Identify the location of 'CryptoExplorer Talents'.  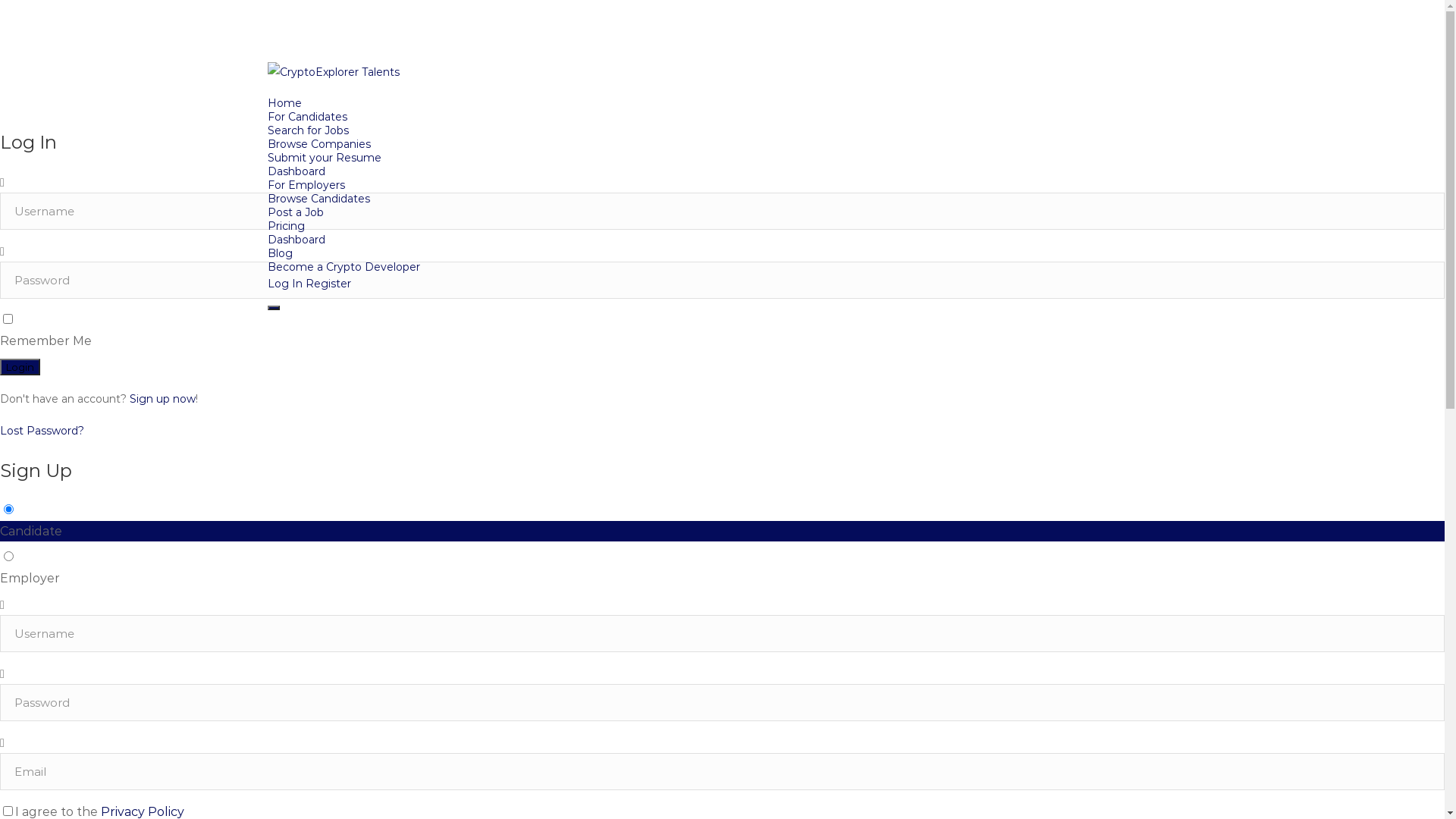
(720, 79).